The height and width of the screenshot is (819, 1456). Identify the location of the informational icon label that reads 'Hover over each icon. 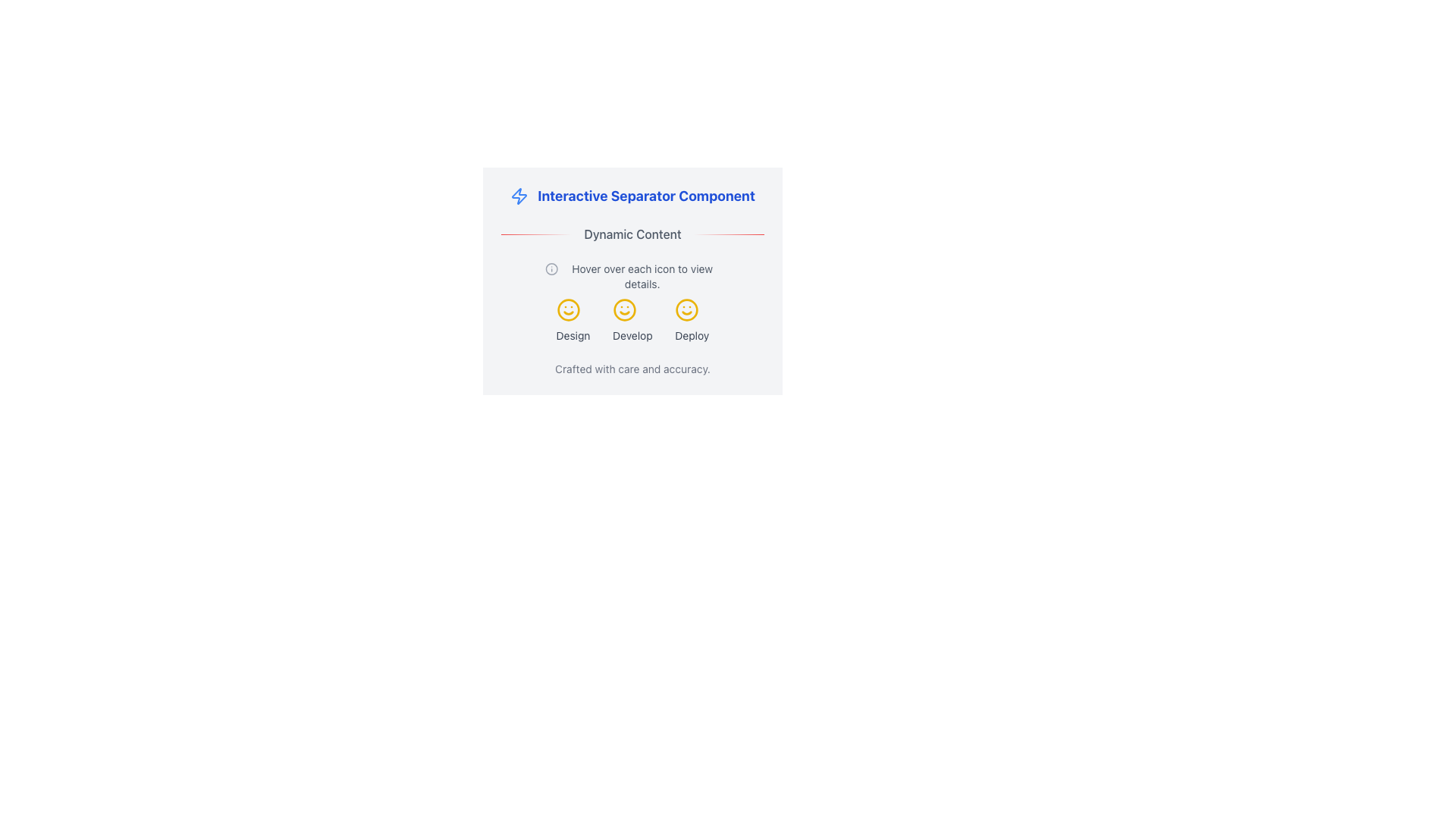
(632, 277).